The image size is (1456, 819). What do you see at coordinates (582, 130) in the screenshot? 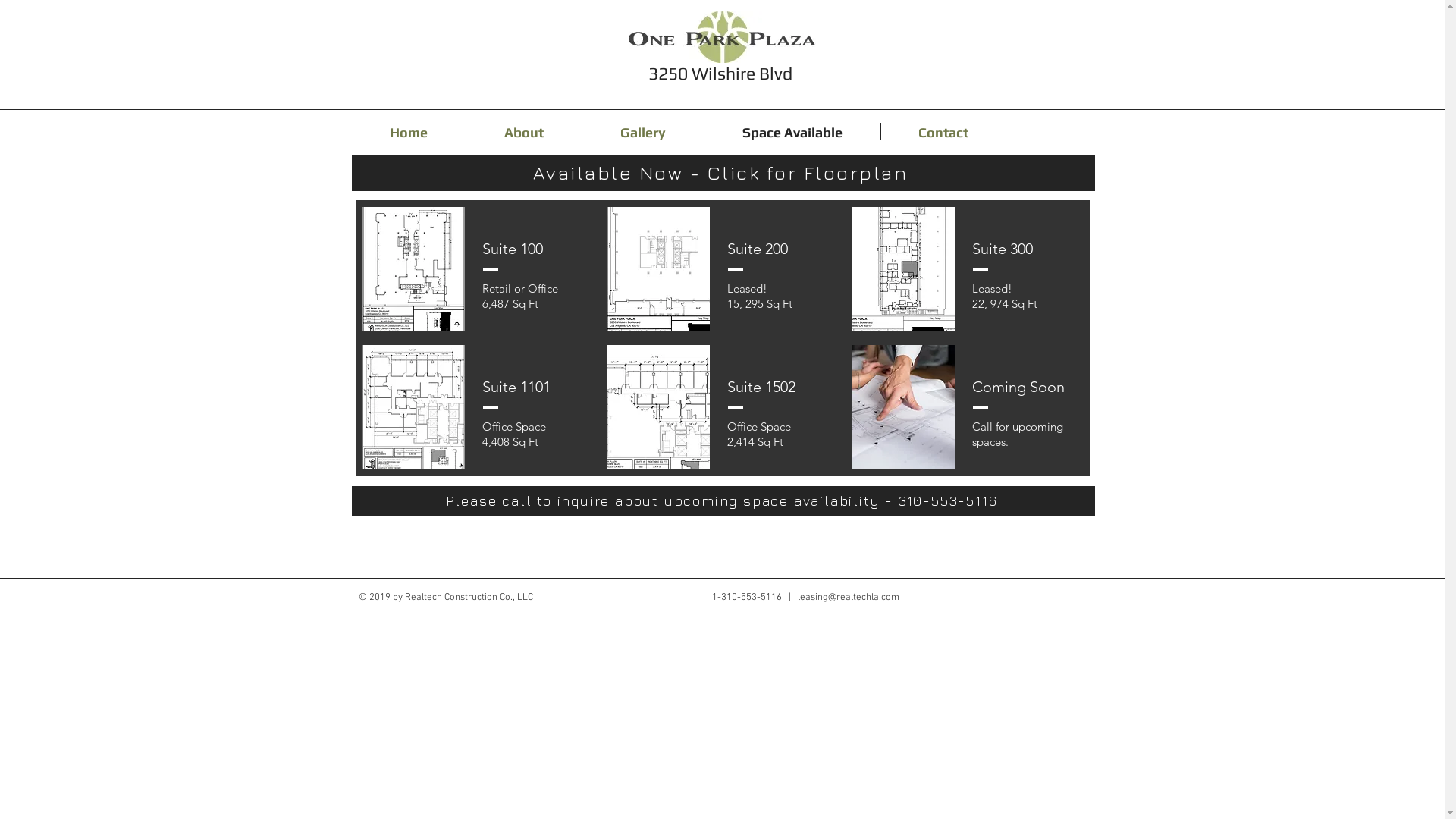
I see `'Gallery'` at bounding box center [582, 130].